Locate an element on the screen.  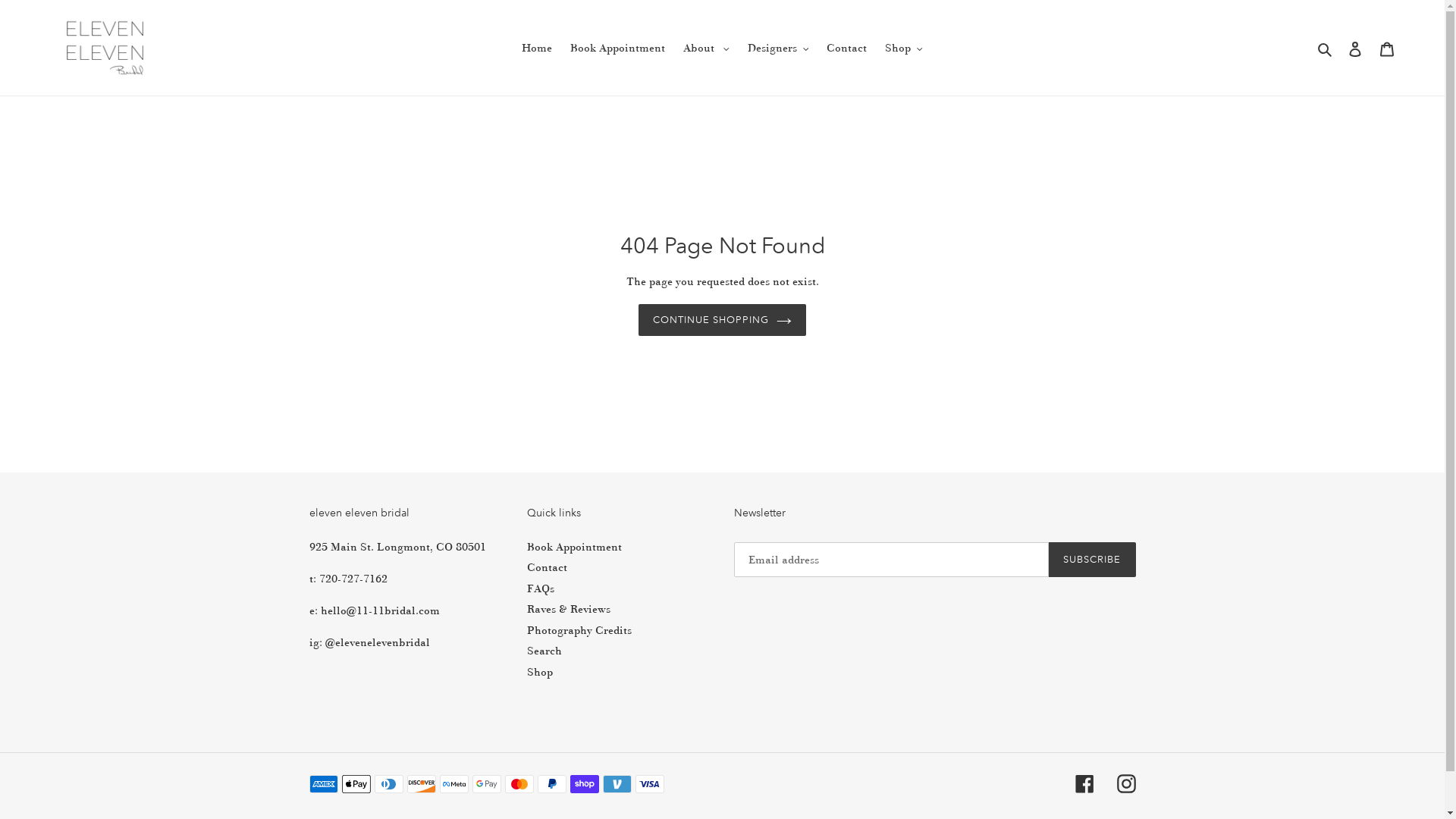
'Raves & Reviews' is located at coordinates (567, 607).